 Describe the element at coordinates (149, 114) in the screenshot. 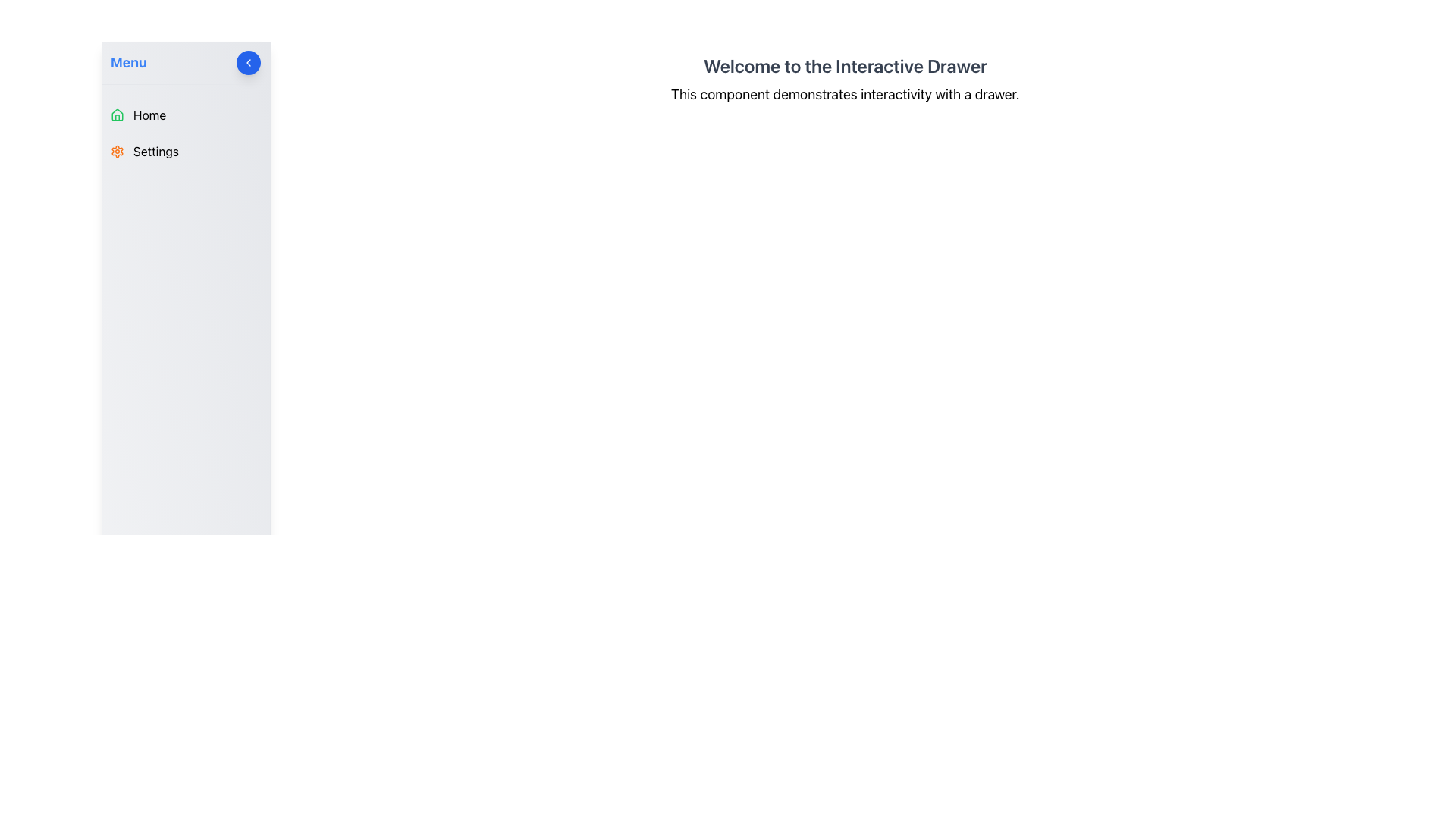

I see `the 'Home' text label, which is displayed in black and located to the right of a green house-shaped icon in the left vertical menu under the header 'Menu'` at that location.